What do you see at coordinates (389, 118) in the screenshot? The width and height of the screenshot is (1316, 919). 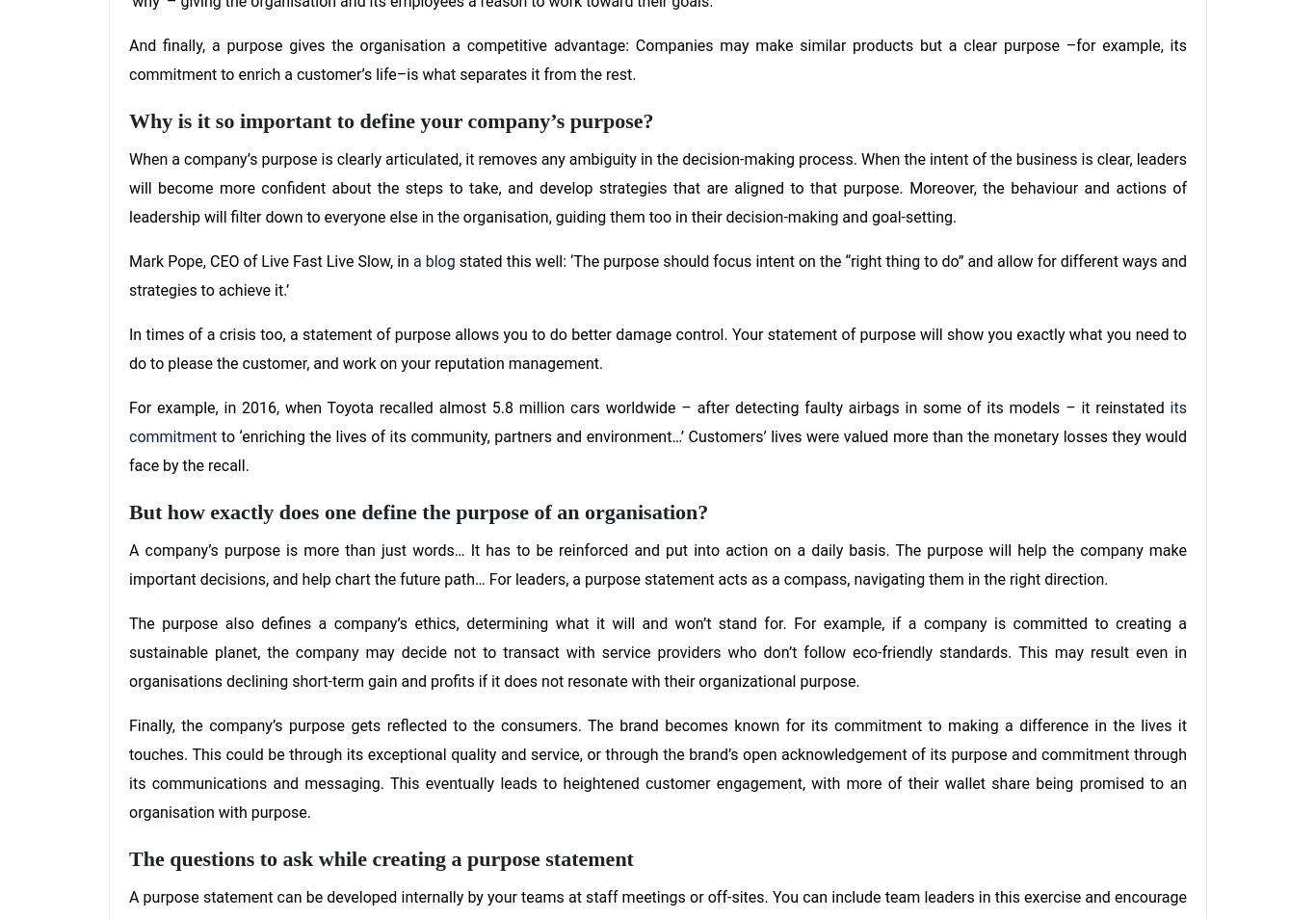 I see `'Why is it so important to define your company’s purpose?'` at bounding box center [389, 118].